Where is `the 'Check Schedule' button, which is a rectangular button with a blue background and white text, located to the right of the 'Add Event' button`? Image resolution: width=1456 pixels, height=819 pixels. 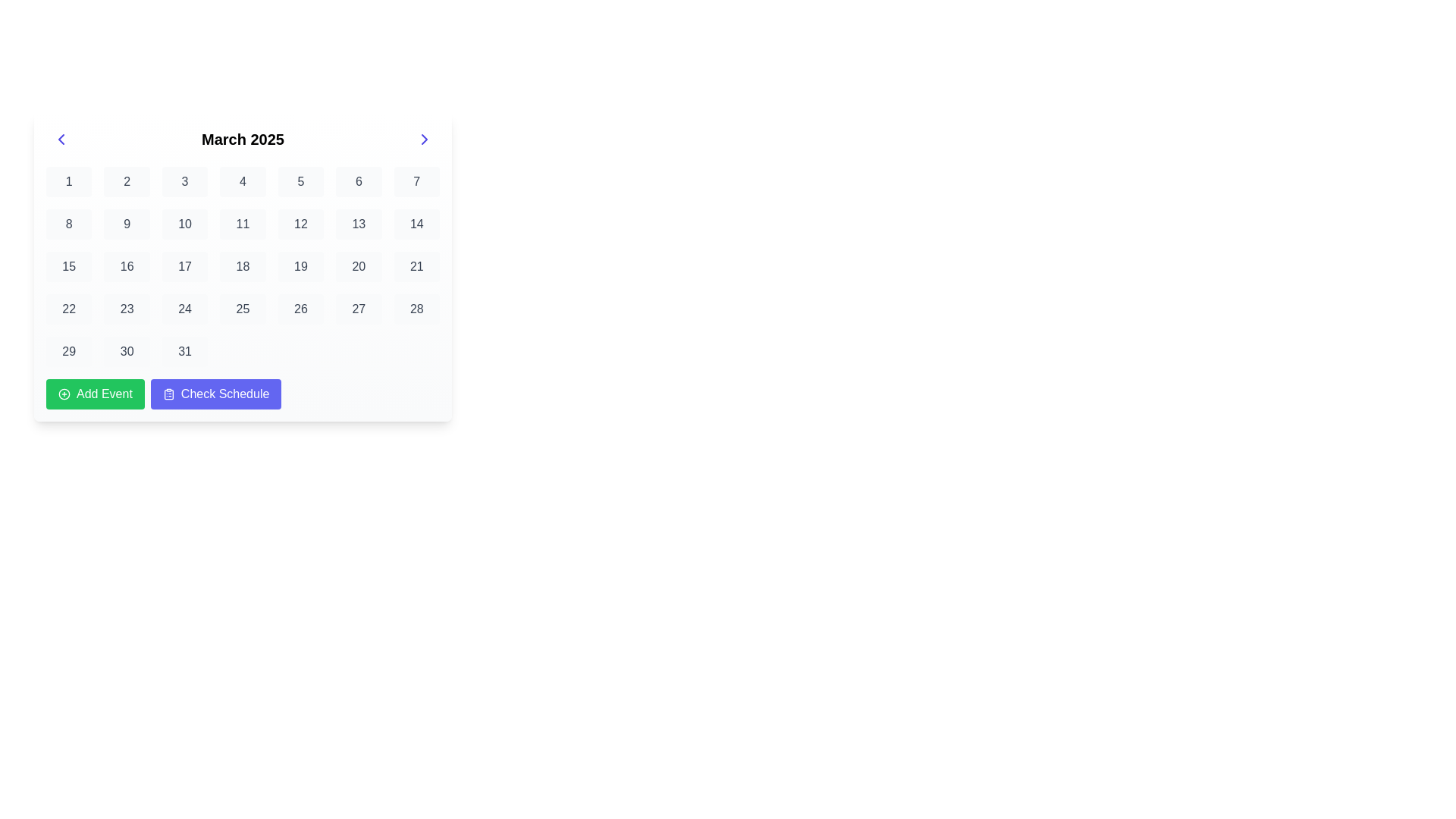 the 'Check Schedule' button, which is a rectangular button with a blue background and white text, located to the right of the 'Add Event' button is located at coordinates (215, 394).